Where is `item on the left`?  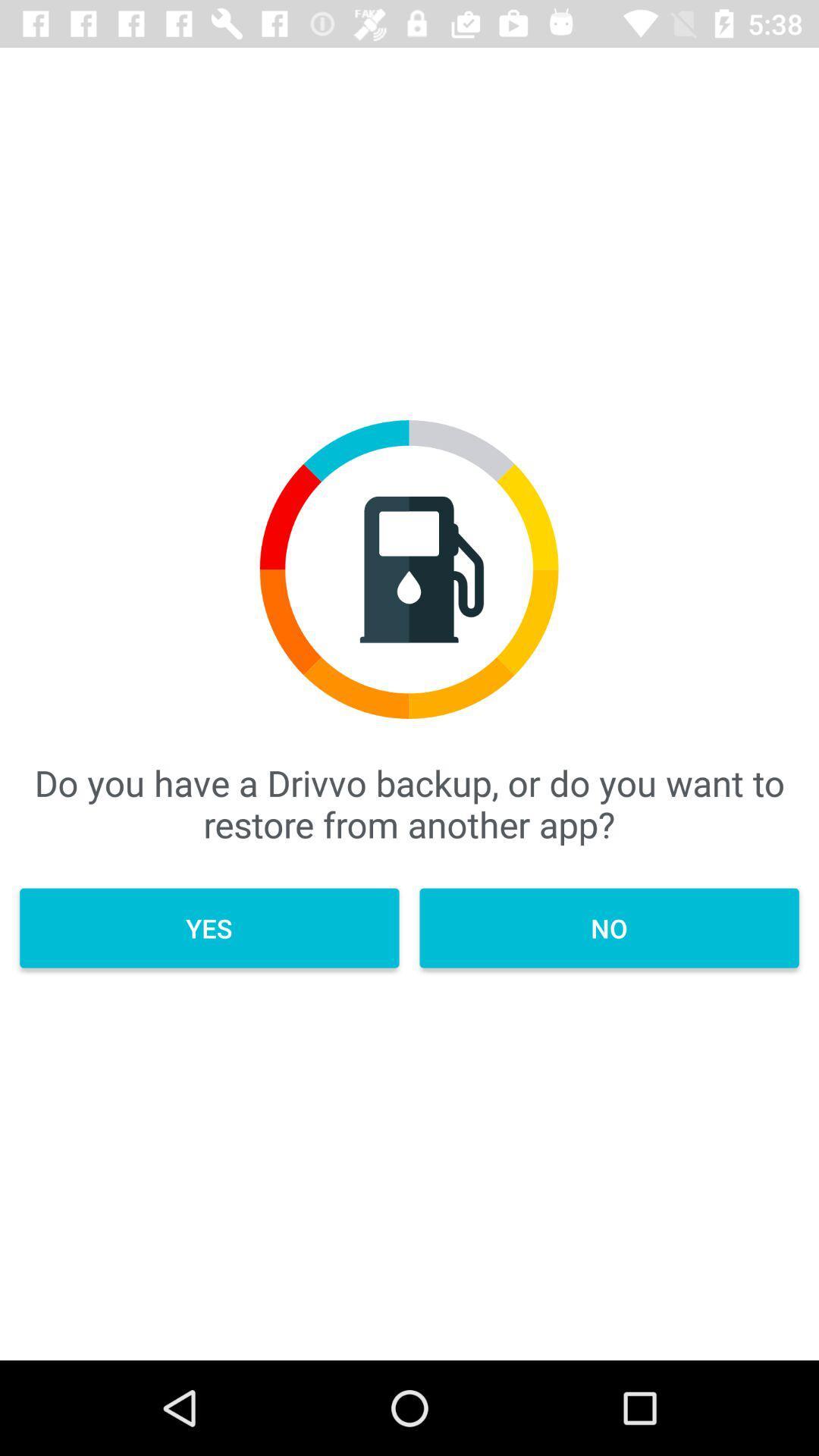 item on the left is located at coordinates (209, 927).